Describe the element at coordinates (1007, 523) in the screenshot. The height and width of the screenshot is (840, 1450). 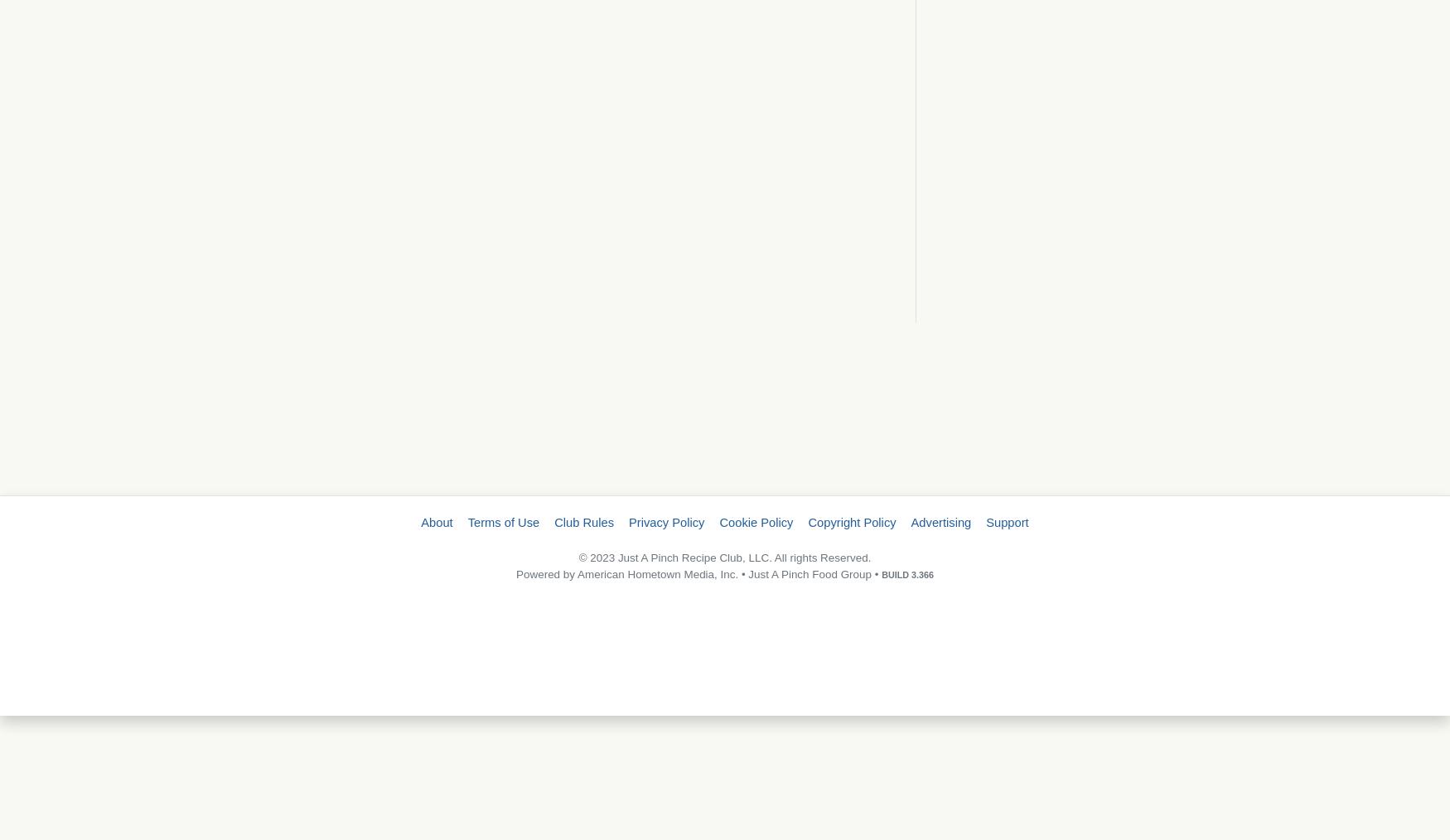
I see `'Support'` at that location.